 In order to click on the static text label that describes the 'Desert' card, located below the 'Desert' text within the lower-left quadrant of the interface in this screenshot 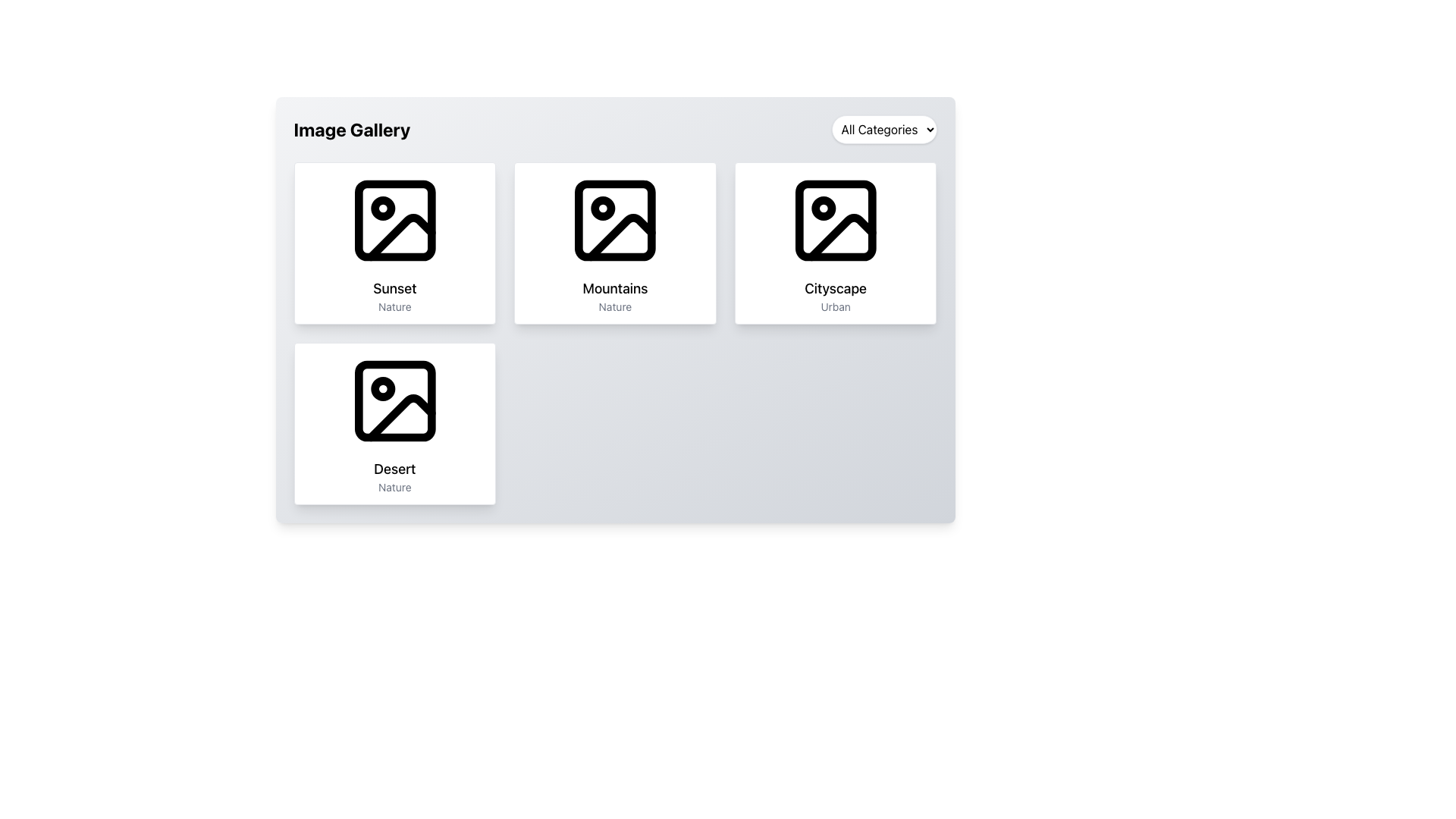, I will do `click(394, 488)`.